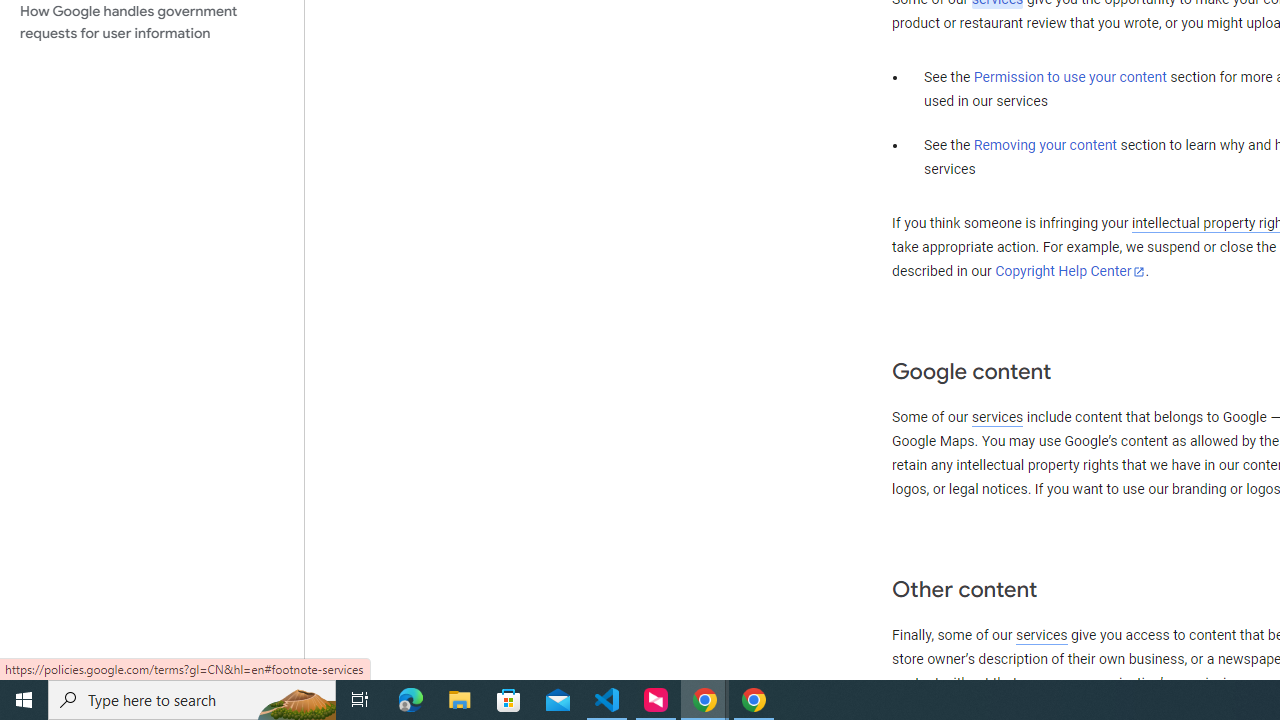 Image resolution: width=1280 pixels, height=720 pixels. What do you see at coordinates (1040, 635) in the screenshot?
I see `'services'` at bounding box center [1040, 635].